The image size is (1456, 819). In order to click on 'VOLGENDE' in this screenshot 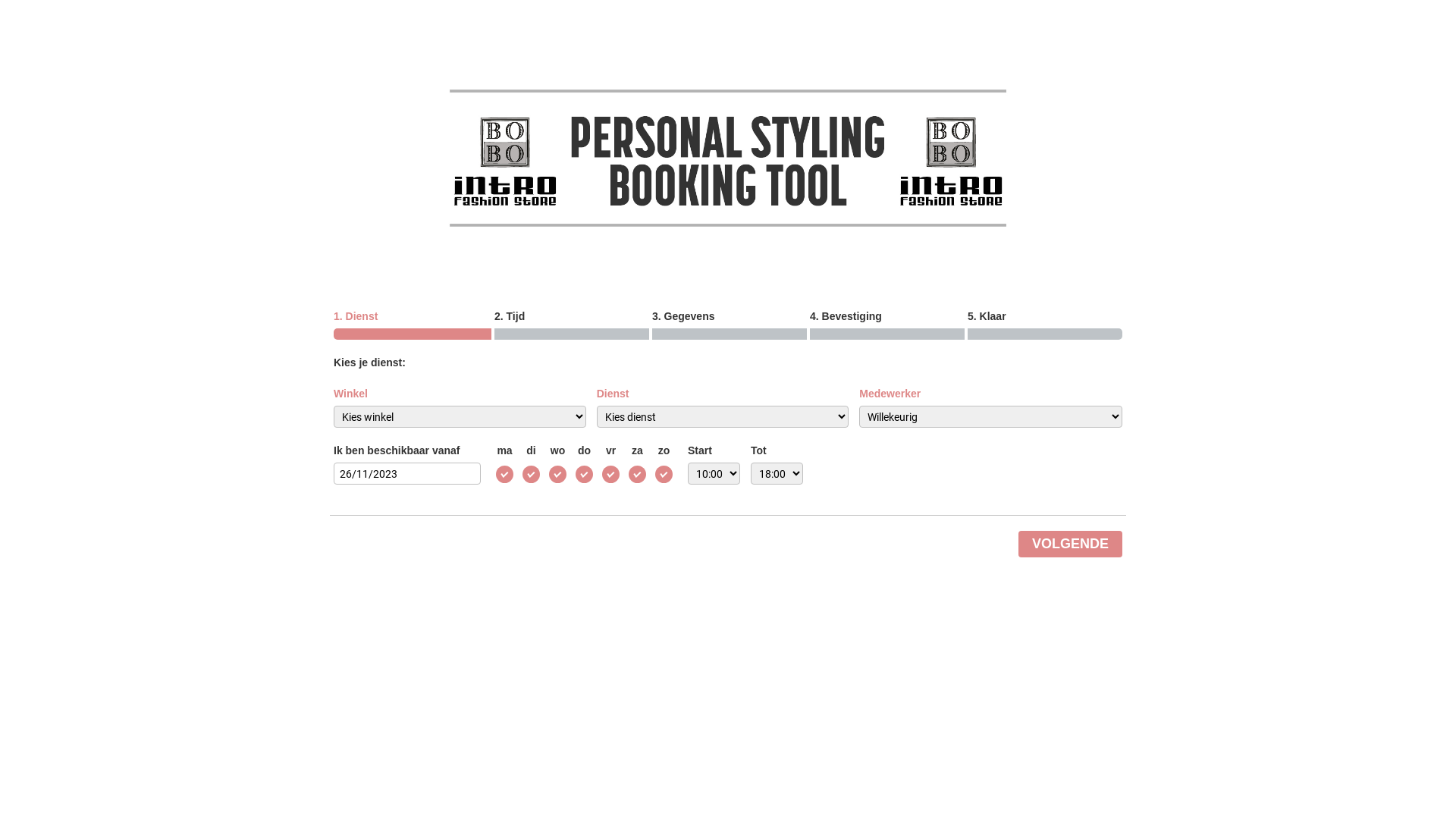, I will do `click(1069, 543)`.